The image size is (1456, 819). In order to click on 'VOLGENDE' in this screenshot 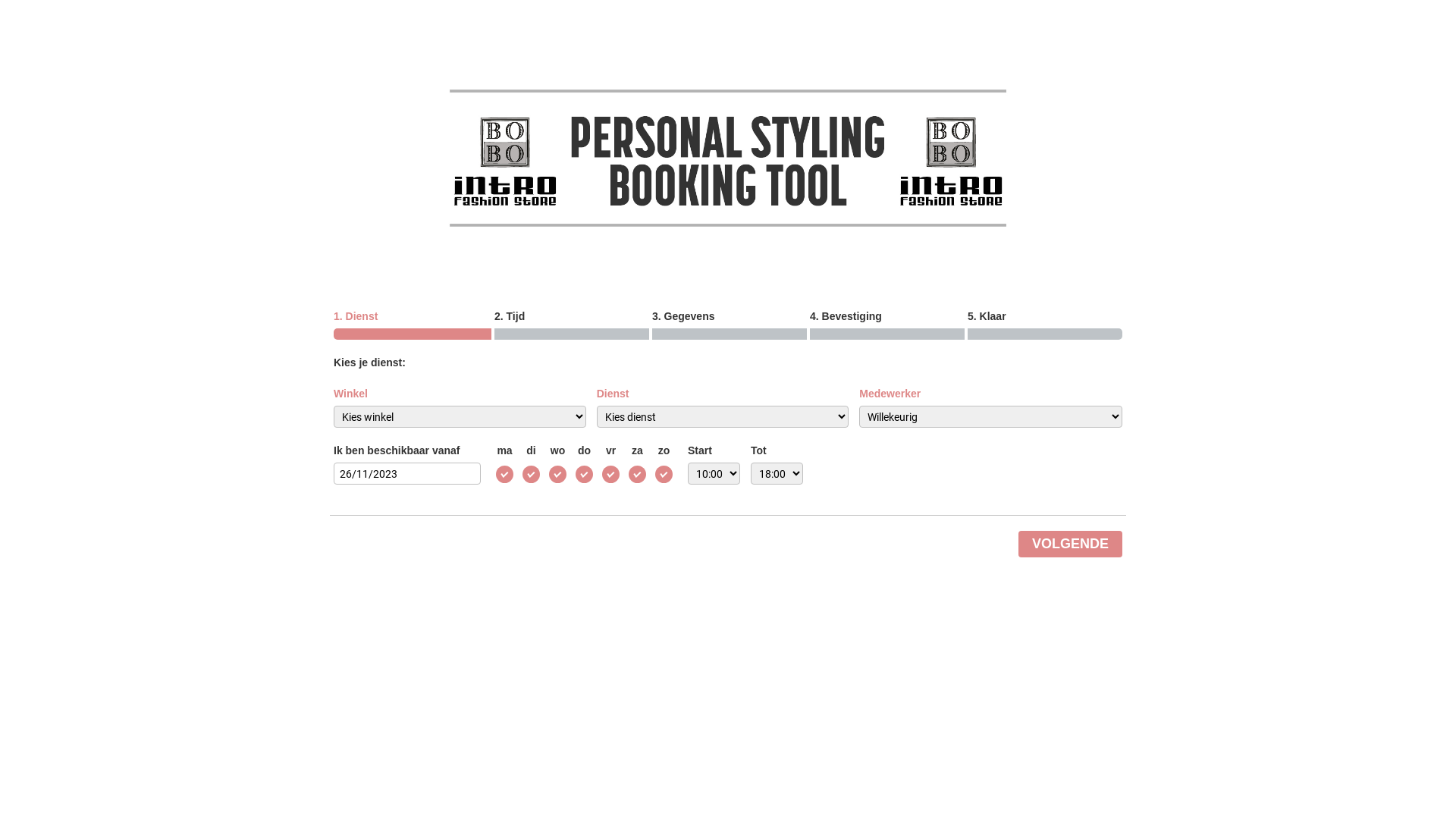, I will do `click(1069, 543)`.